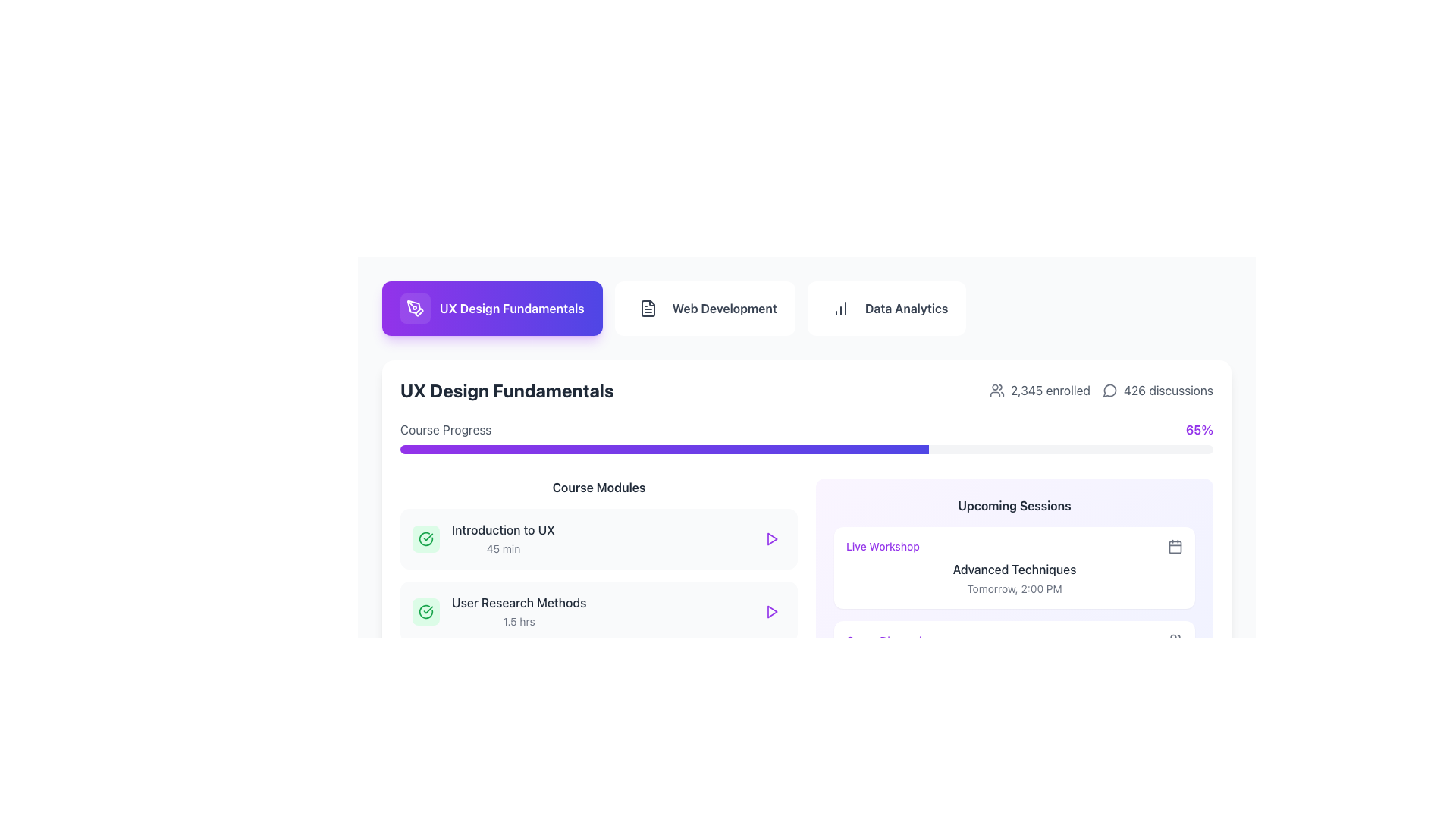 The image size is (1456, 819). Describe the element at coordinates (519, 621) in the screenshot. I see `text label displaying '1.5 hrs' located below the 'User Research Methods' title in the course modules list` at that location.